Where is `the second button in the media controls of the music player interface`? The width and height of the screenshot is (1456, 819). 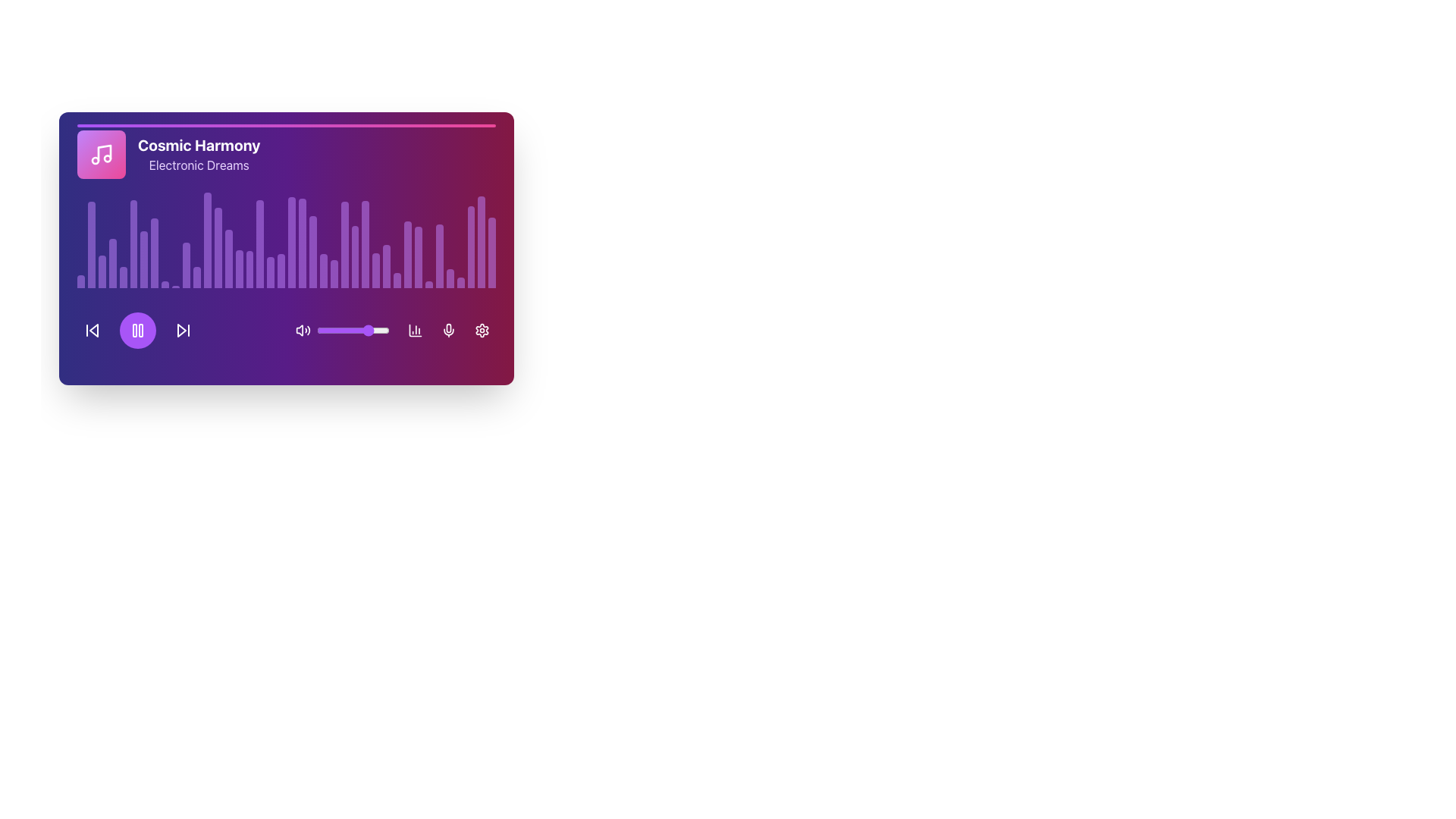 the second button in the media controls of the music player interface is located at coordinates (138, 329).